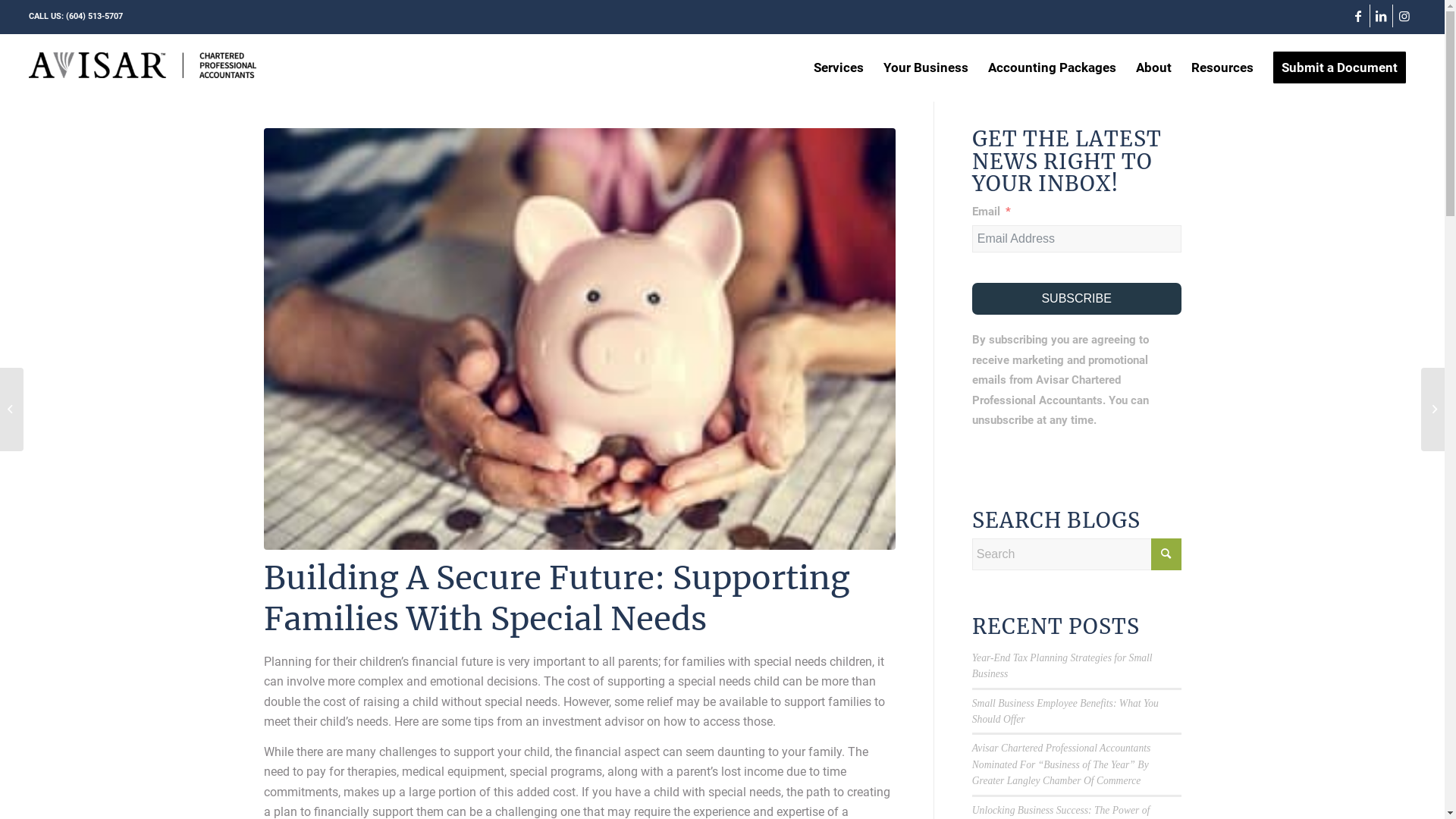 Image resolution: width=1456 pixels, height=819 pixels. Describe the element at coordinates (924, 66) in the screenshot. I see `'Your Business'` at that location.